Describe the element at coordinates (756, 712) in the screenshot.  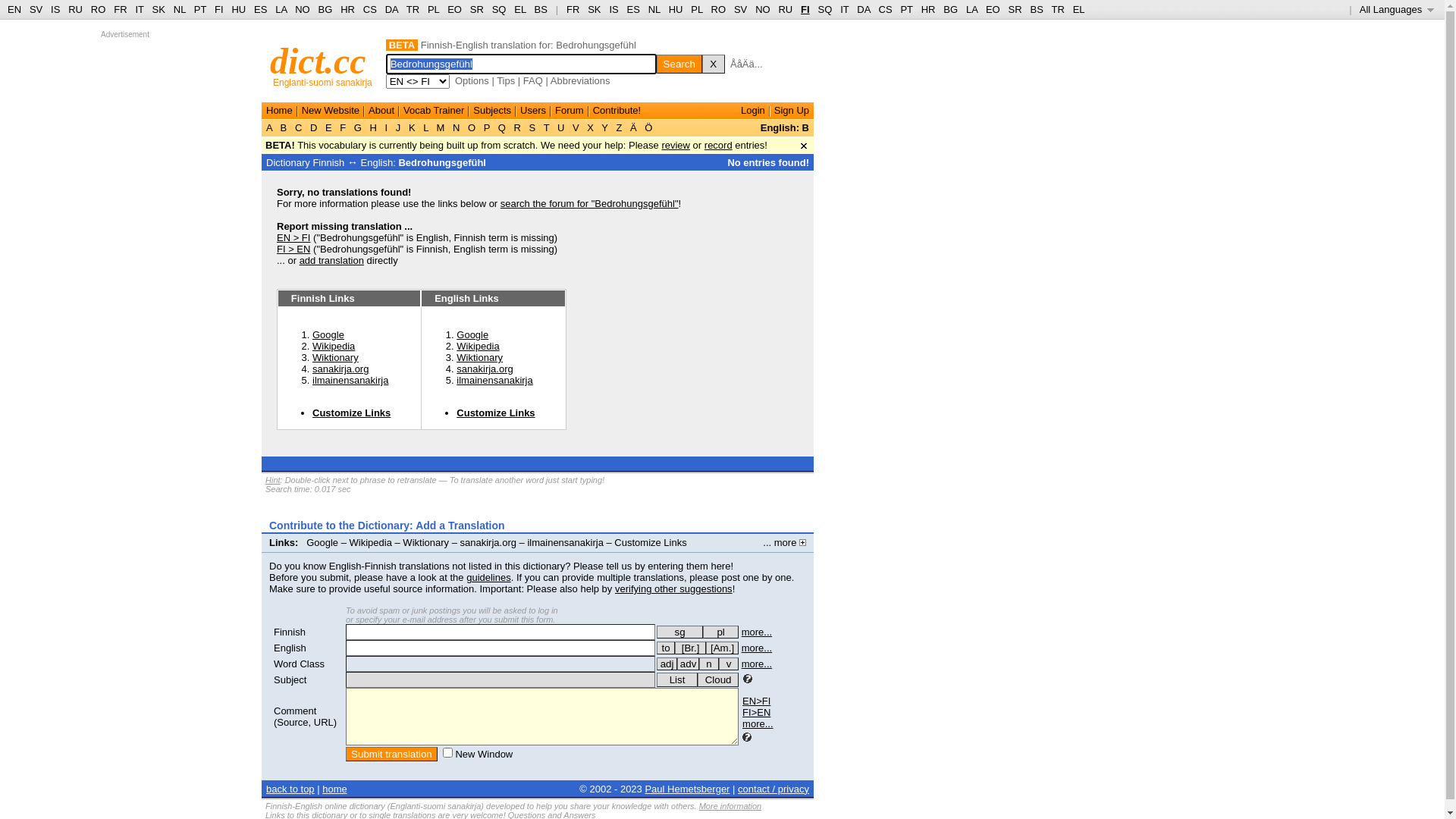
I see `'FI>EN'` at that location.